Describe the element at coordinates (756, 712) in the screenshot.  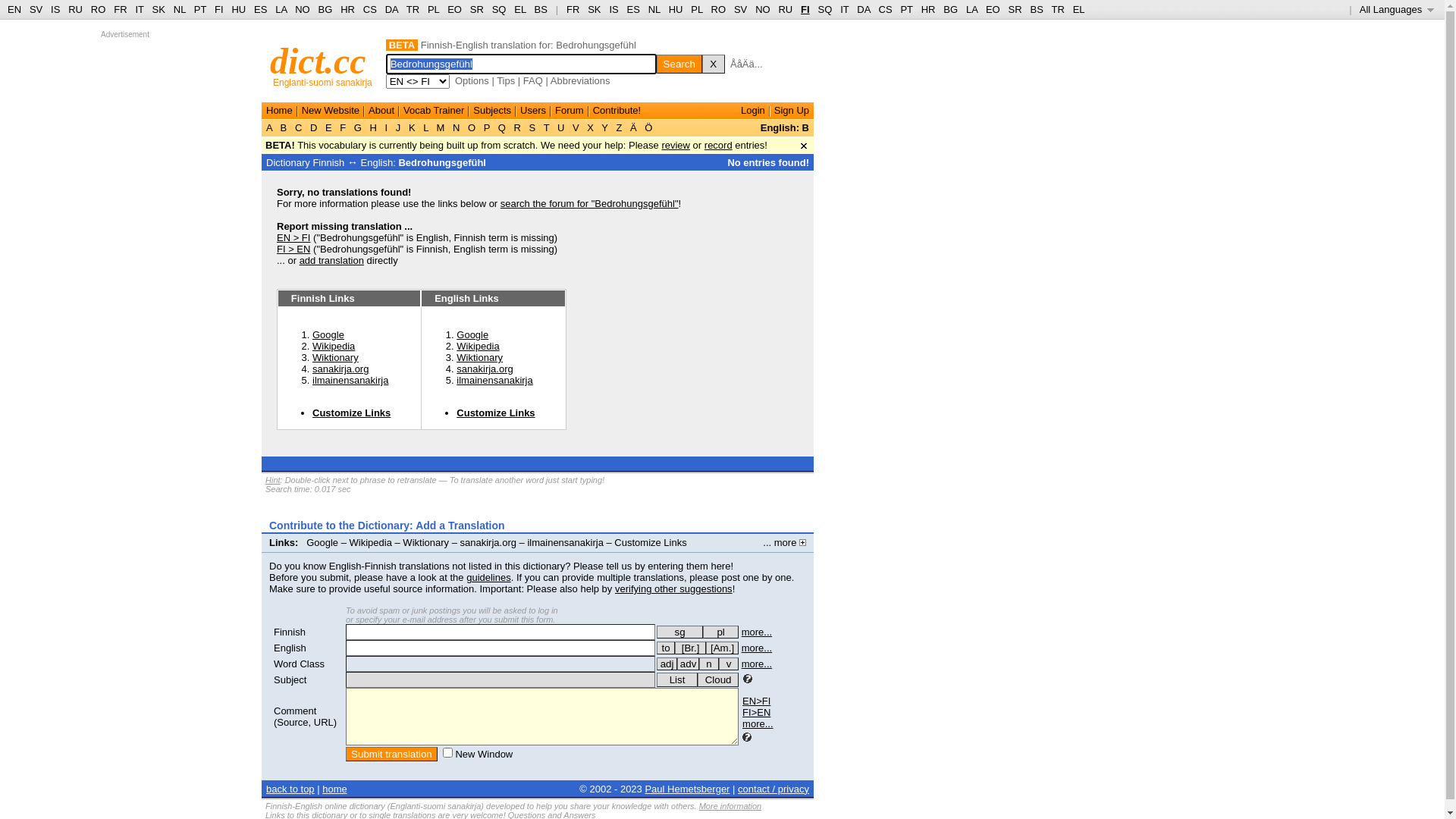
I see `'FI>EN'` at that location.